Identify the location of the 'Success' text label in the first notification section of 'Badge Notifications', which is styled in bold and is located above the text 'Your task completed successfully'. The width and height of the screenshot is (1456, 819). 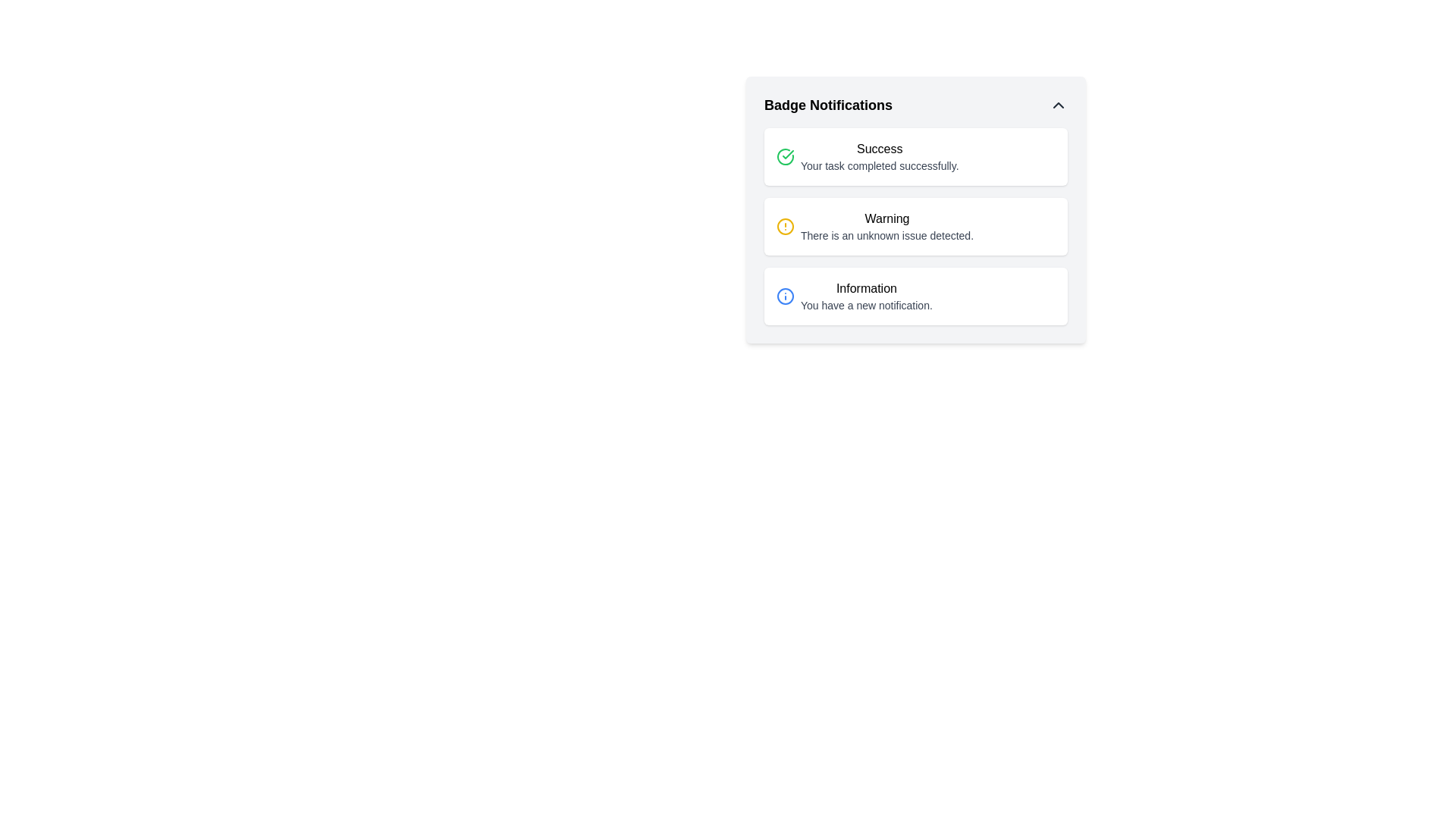
(880, 149).